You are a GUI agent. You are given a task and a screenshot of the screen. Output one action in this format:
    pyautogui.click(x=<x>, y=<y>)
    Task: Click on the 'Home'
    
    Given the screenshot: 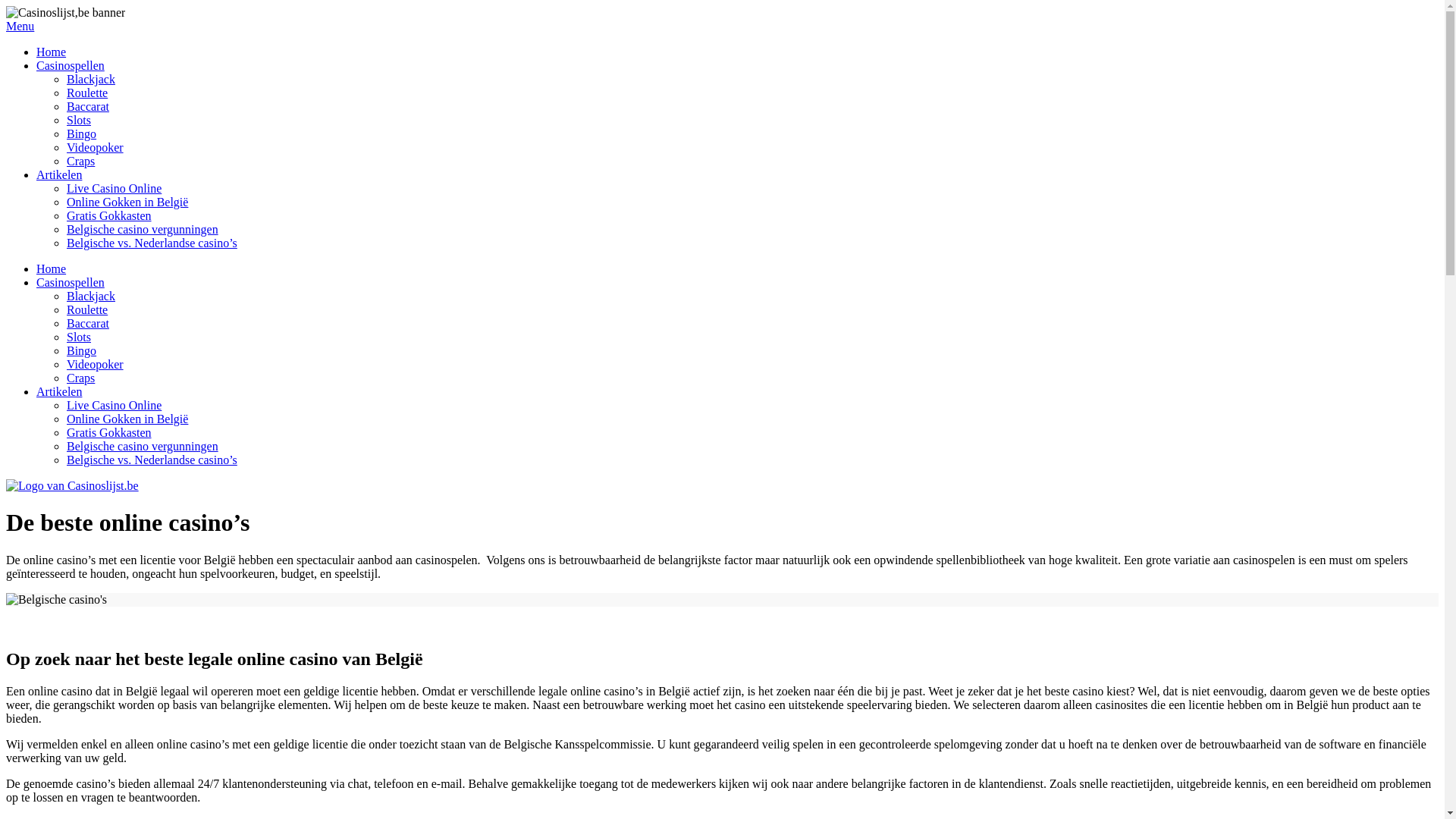 What is the action you would take?
    pyautogui.click(x=51, y=51)
    